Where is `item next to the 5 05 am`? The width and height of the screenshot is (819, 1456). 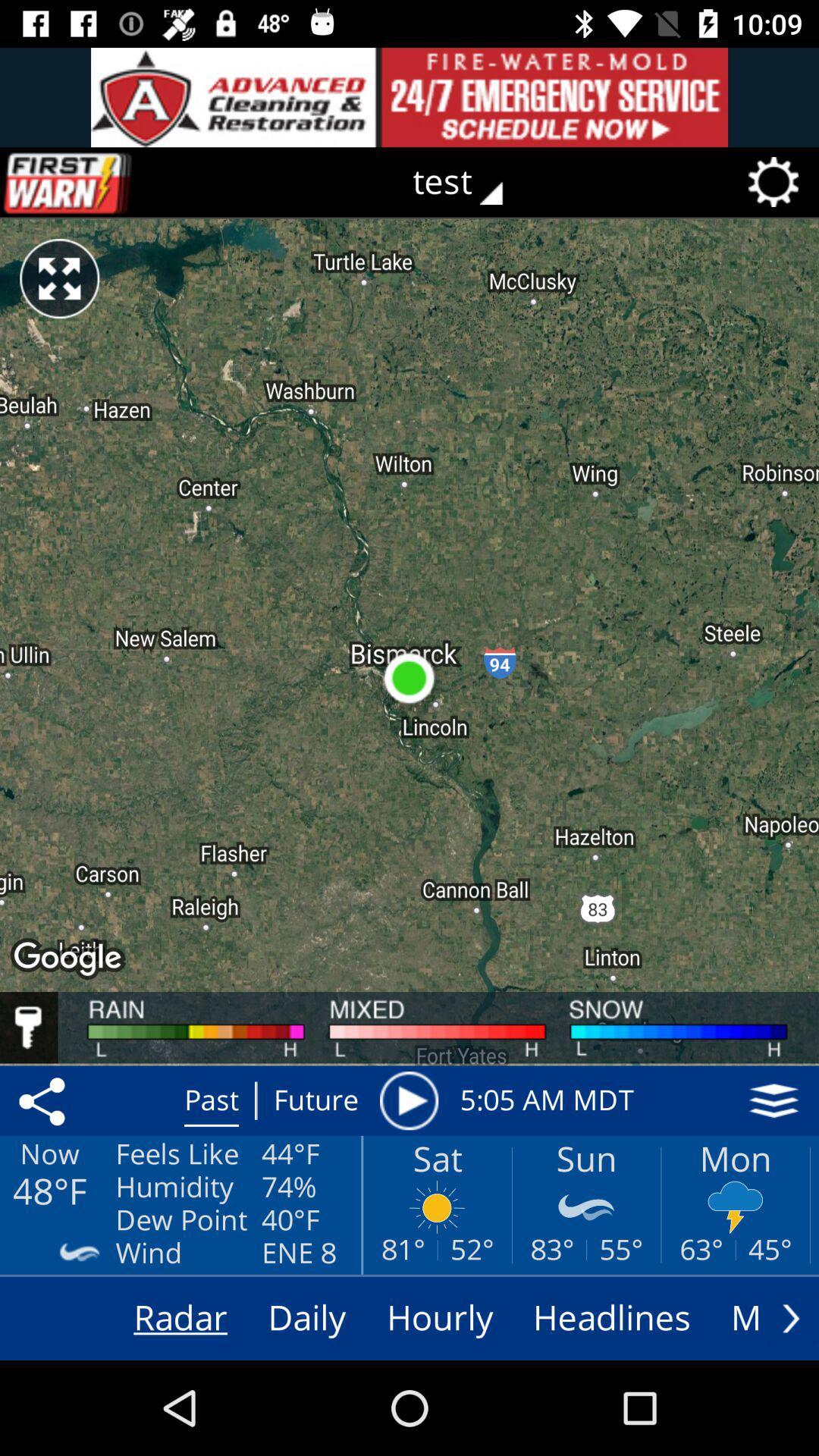
item next to the 5 05 am is located at coordinates (773, 1100).